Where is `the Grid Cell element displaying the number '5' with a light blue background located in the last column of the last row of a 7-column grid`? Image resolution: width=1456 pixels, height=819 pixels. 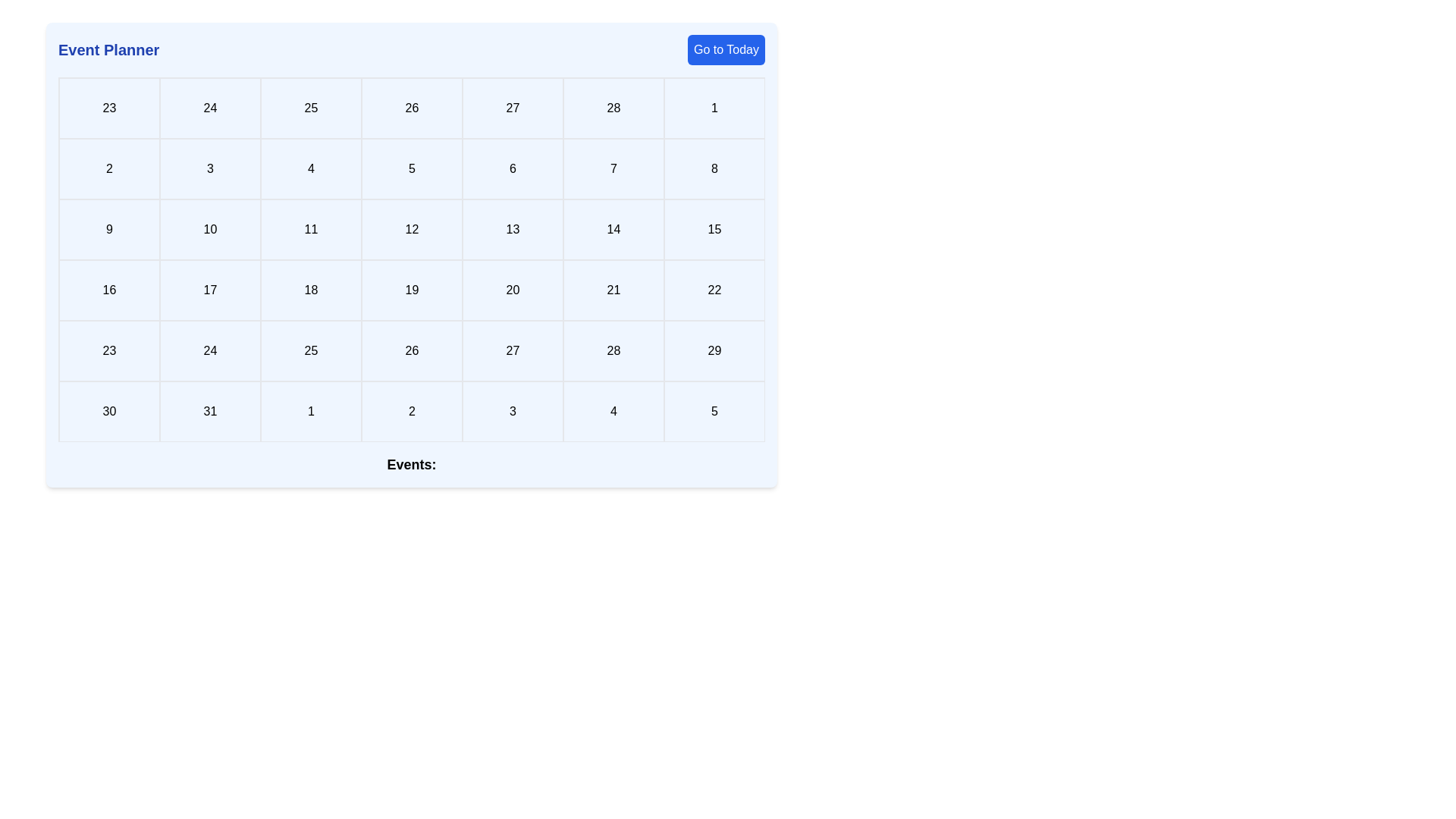
the Grid Cell element displaying the number '5' with a light blue background located in the last column of the last row of a 7-column grid is located at coordinates (714, 412).